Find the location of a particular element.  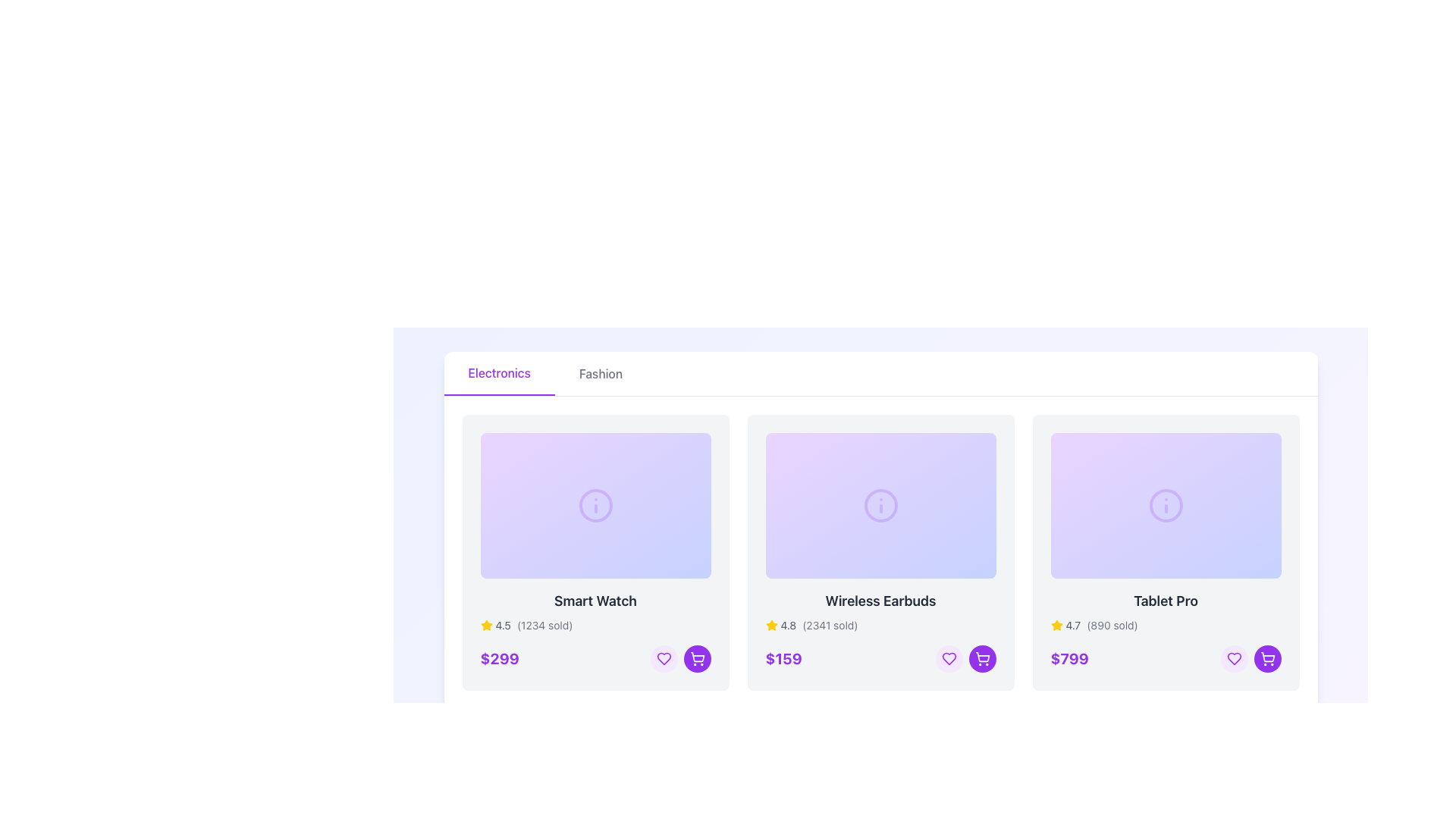

numerical rating text label displaying '4.7', which is positioned immediately to the right of a yellow star icon and to the left of the text '(890 sold)' in the product grid for 'Tablet Pro' is located at coordinates (1072, 626).